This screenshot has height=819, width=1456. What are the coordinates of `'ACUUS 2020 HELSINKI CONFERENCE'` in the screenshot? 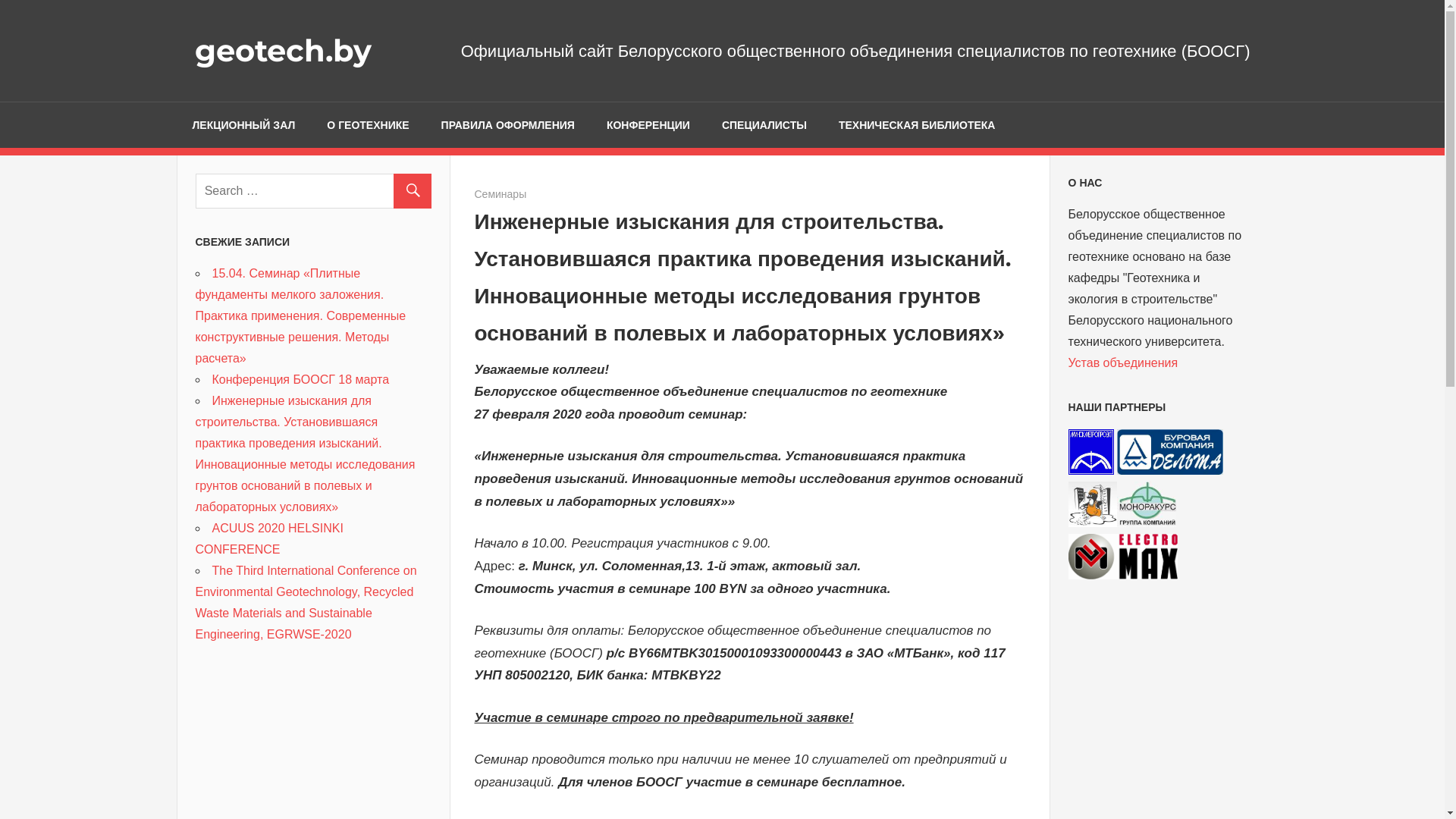 It's located at (269, 538).